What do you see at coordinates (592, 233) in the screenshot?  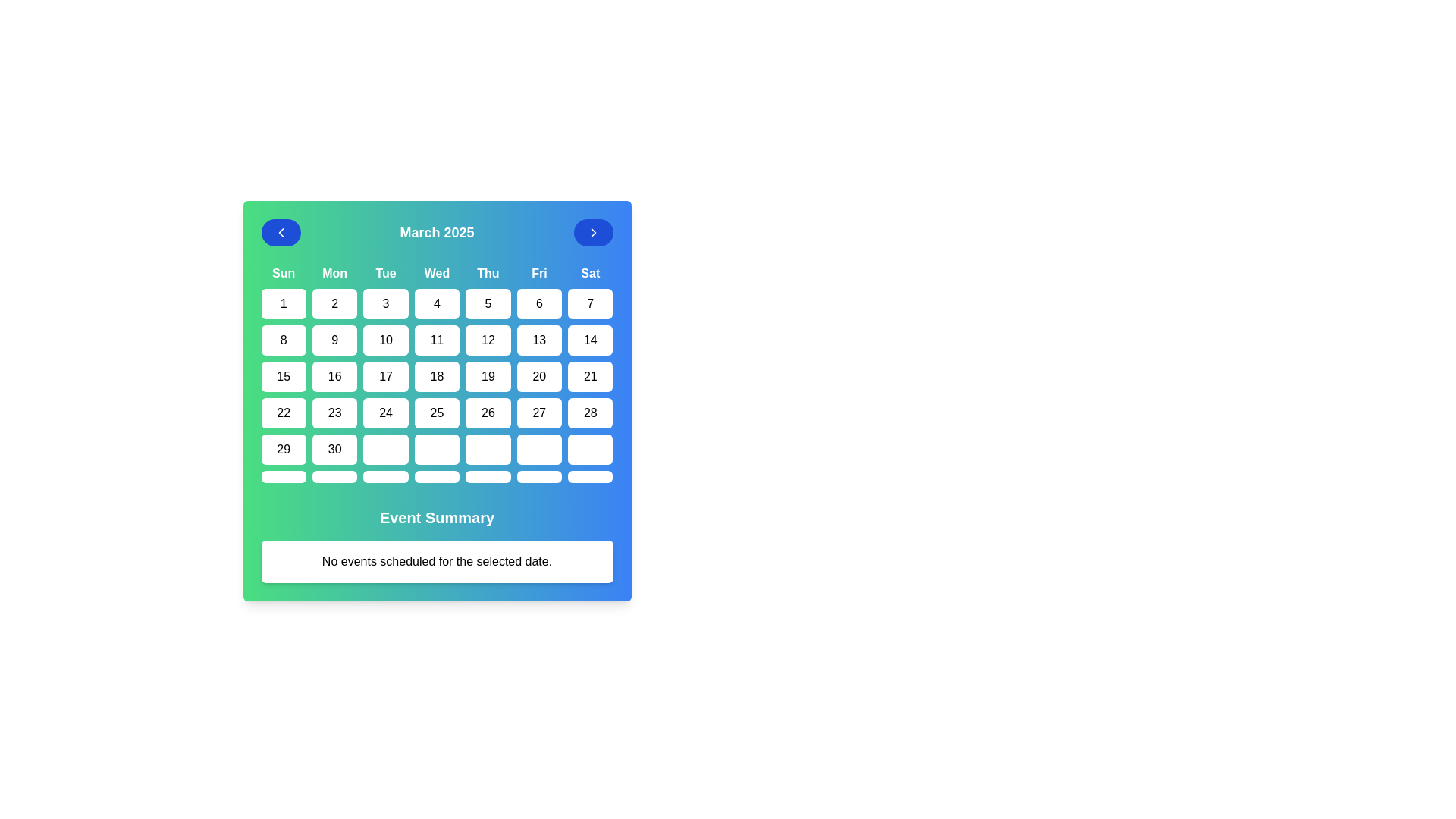 I see `the navigation button located in the top-right section of the calendar interface to advance to the next month` at bounding box center [592, 233].